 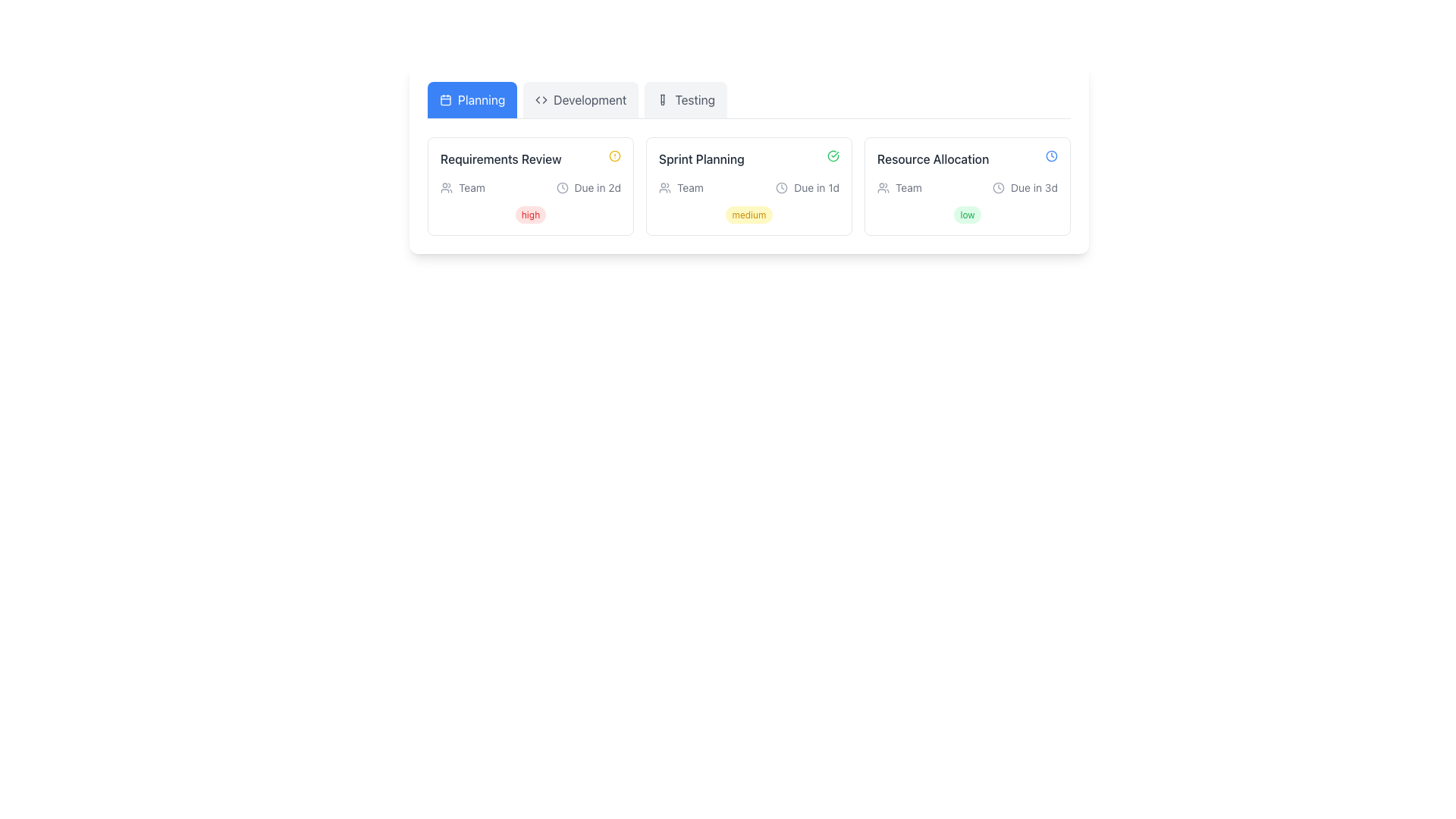 What do you see at coordinates (967, 213) in the screenshot?
I see `text on the 'low' status label located at the bottom of the 'Resource Allocation' card, centered horizontally beneath the team and due date indicators` at bounding box center [967, 213].